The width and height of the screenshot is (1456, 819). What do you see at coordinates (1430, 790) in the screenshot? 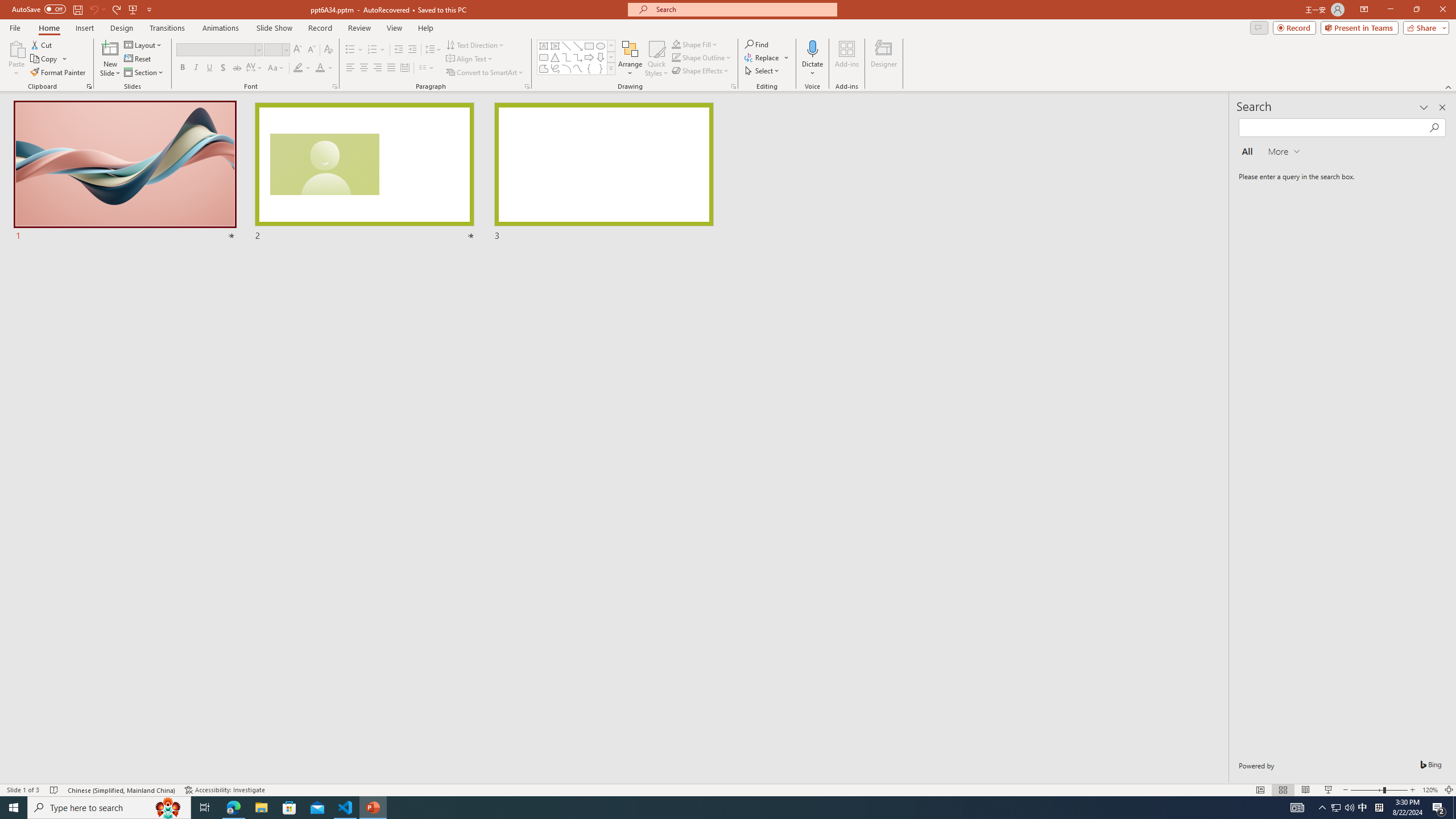
I see `'Zoom 120%'` at bounding box center [1430, 790].